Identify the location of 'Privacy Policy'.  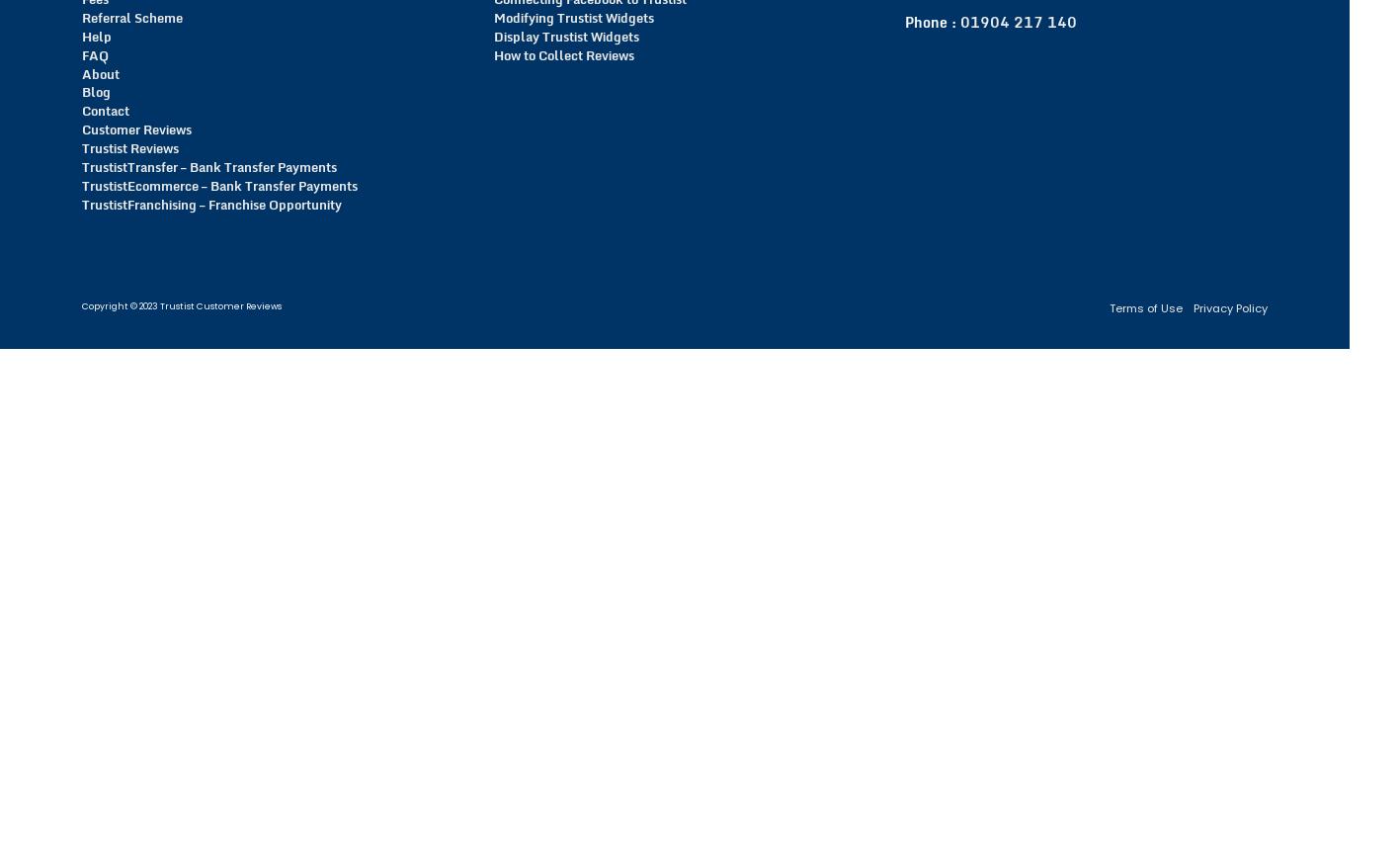
(1229, 307).